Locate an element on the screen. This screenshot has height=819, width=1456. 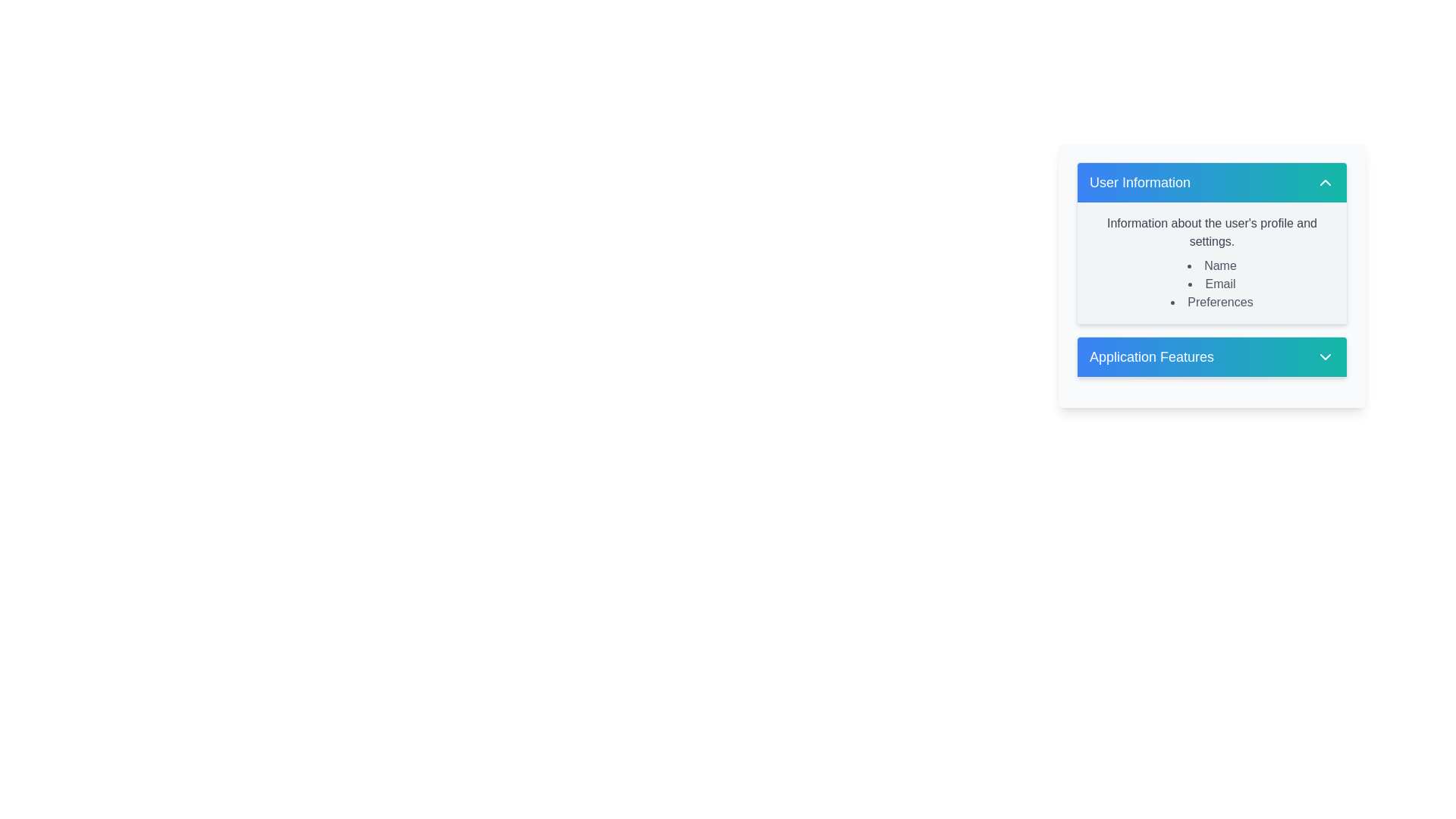
the Collapsible Header for 'Application Features' is located at coordinates (1211, 356).